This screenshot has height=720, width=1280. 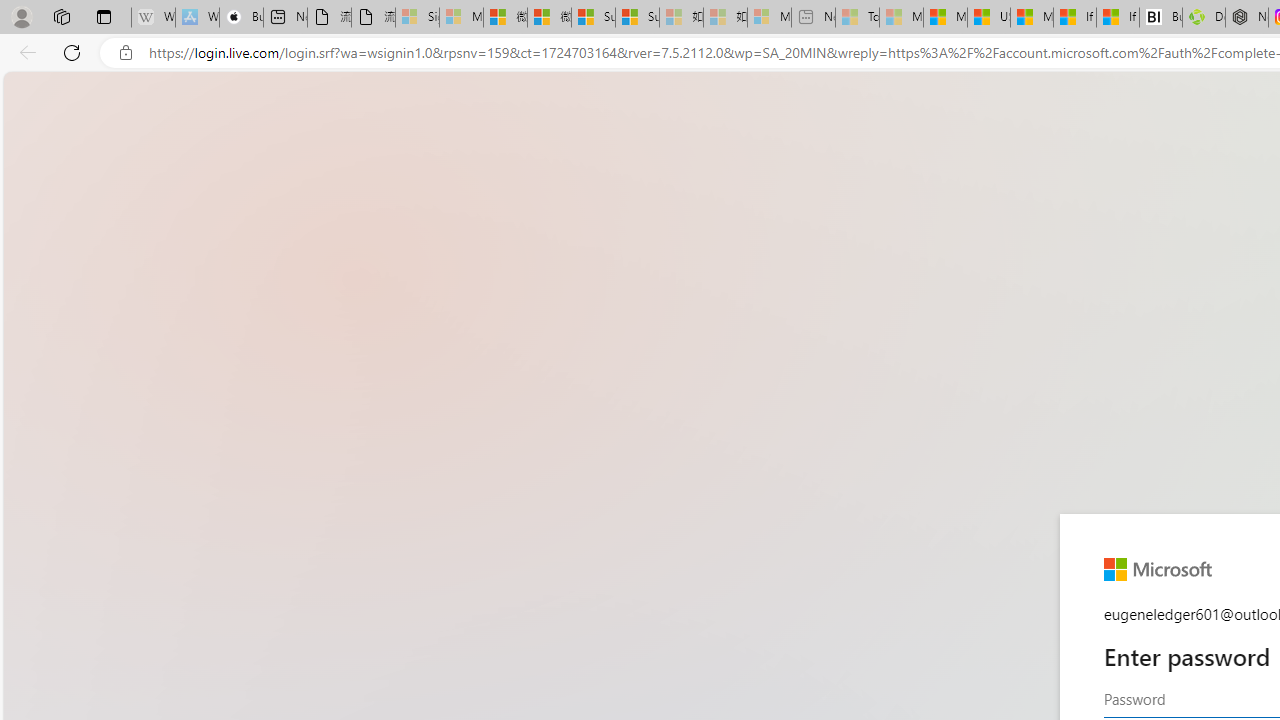 I want to click on 'US Heat Deaths Soared To Record High Last Year', so click(x=988, y=17).